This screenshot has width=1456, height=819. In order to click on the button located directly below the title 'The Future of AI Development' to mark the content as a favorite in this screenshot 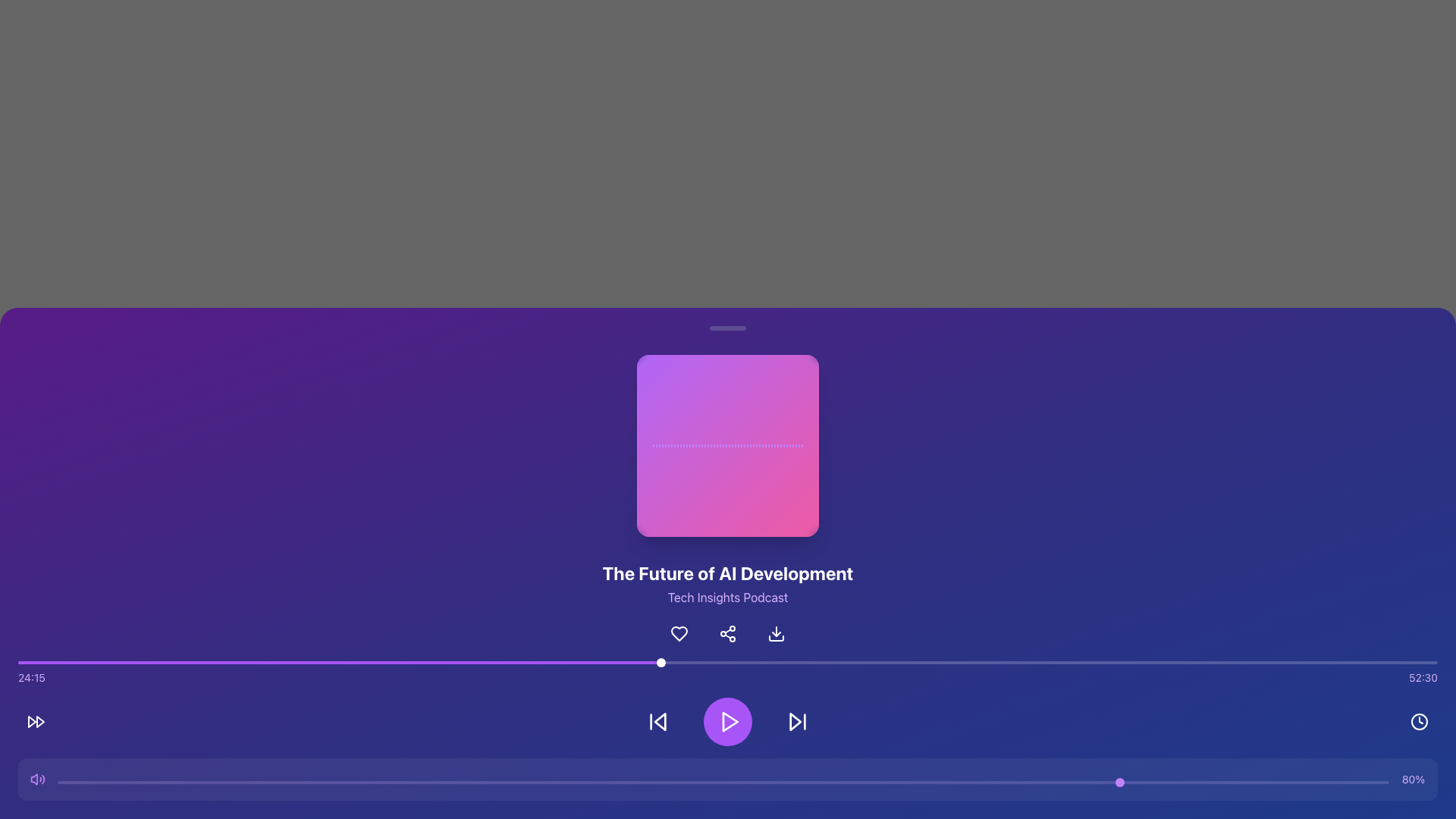, I will do `click(679, 634)`.